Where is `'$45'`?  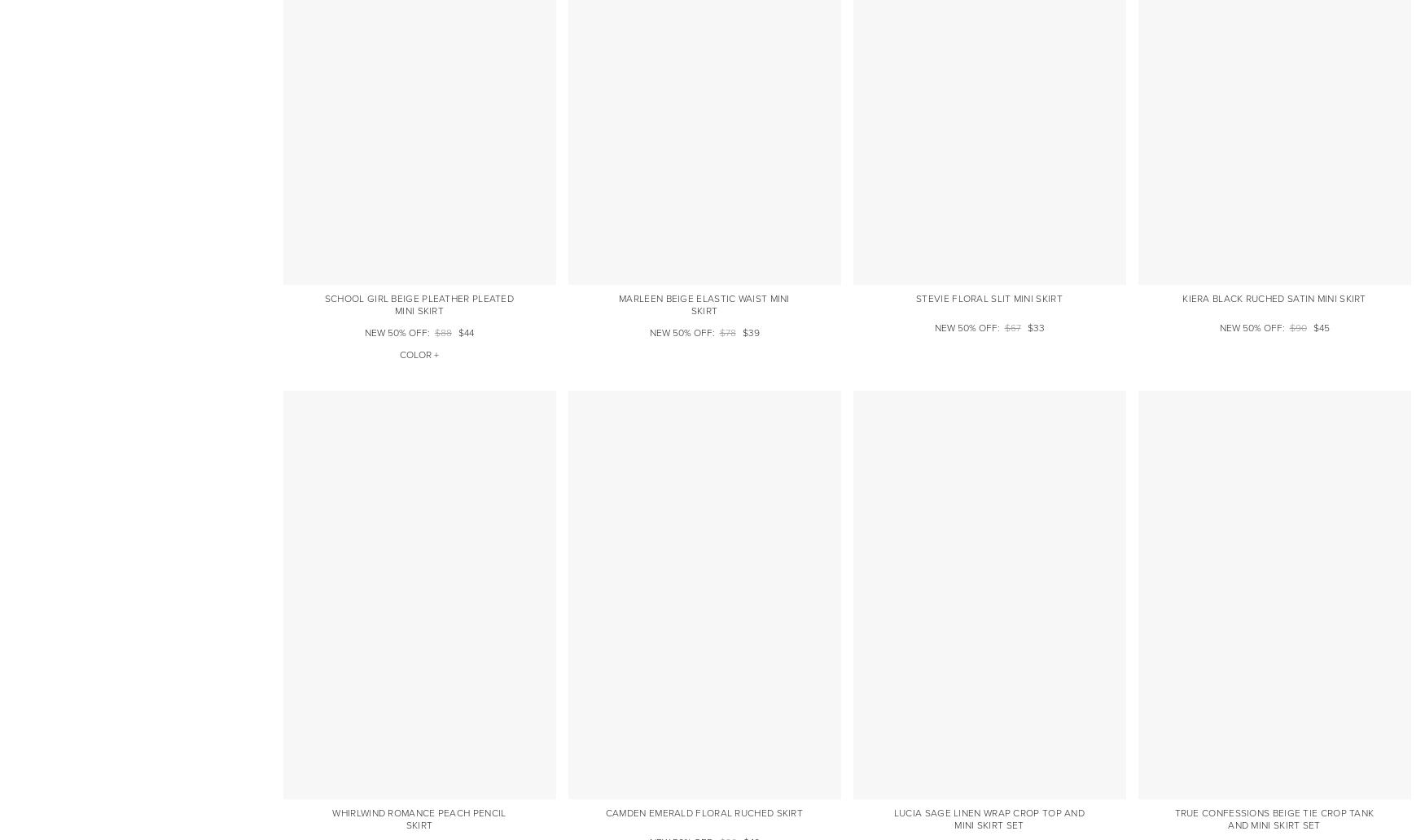 '$45' is located at coordinates (1312, 326).